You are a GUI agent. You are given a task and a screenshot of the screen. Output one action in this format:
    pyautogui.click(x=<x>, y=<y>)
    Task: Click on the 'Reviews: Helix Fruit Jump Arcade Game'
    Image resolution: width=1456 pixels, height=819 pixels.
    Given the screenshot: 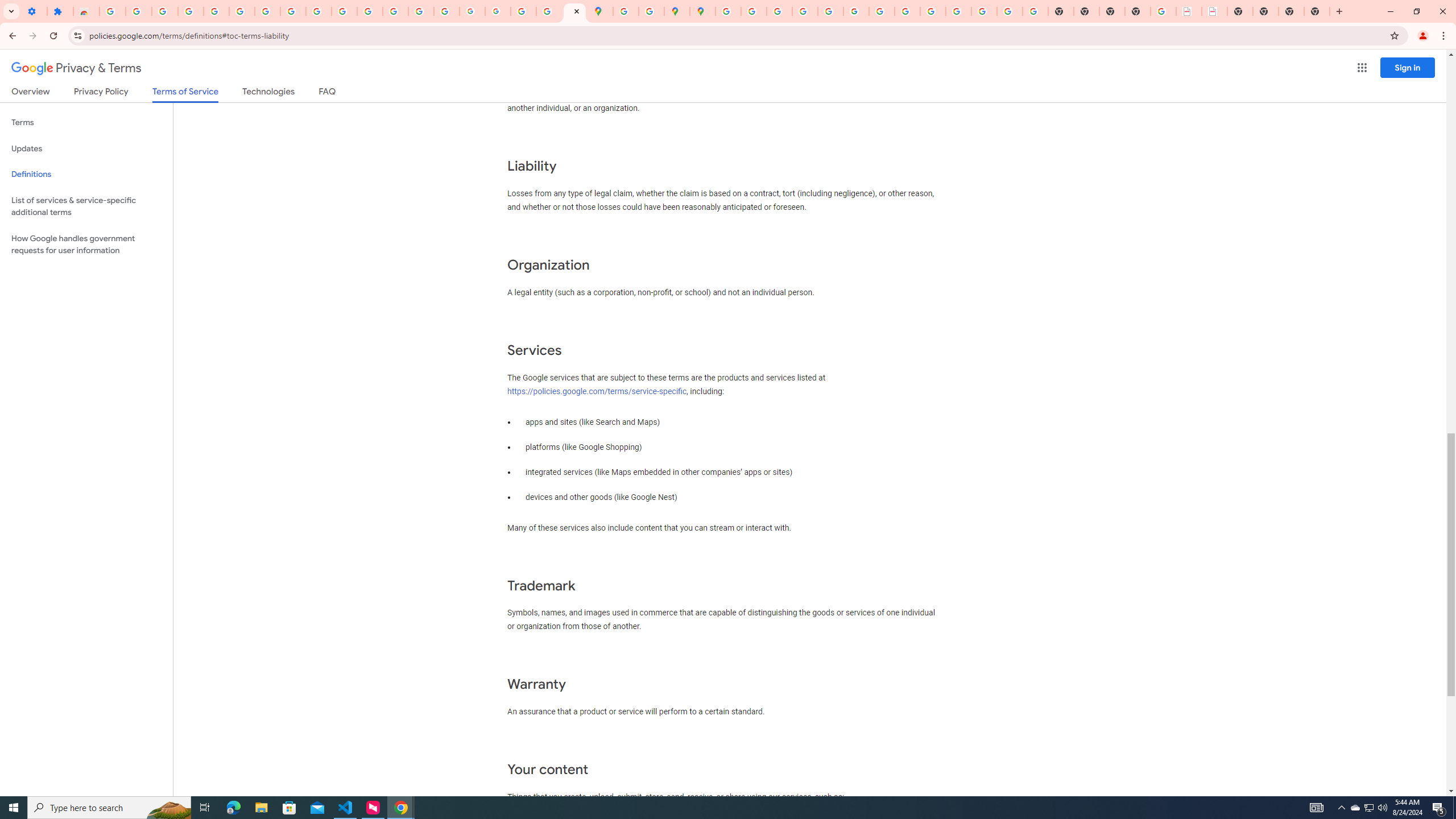 What is the action you would take?
    pyautogui.click(x=86, y=11)
    